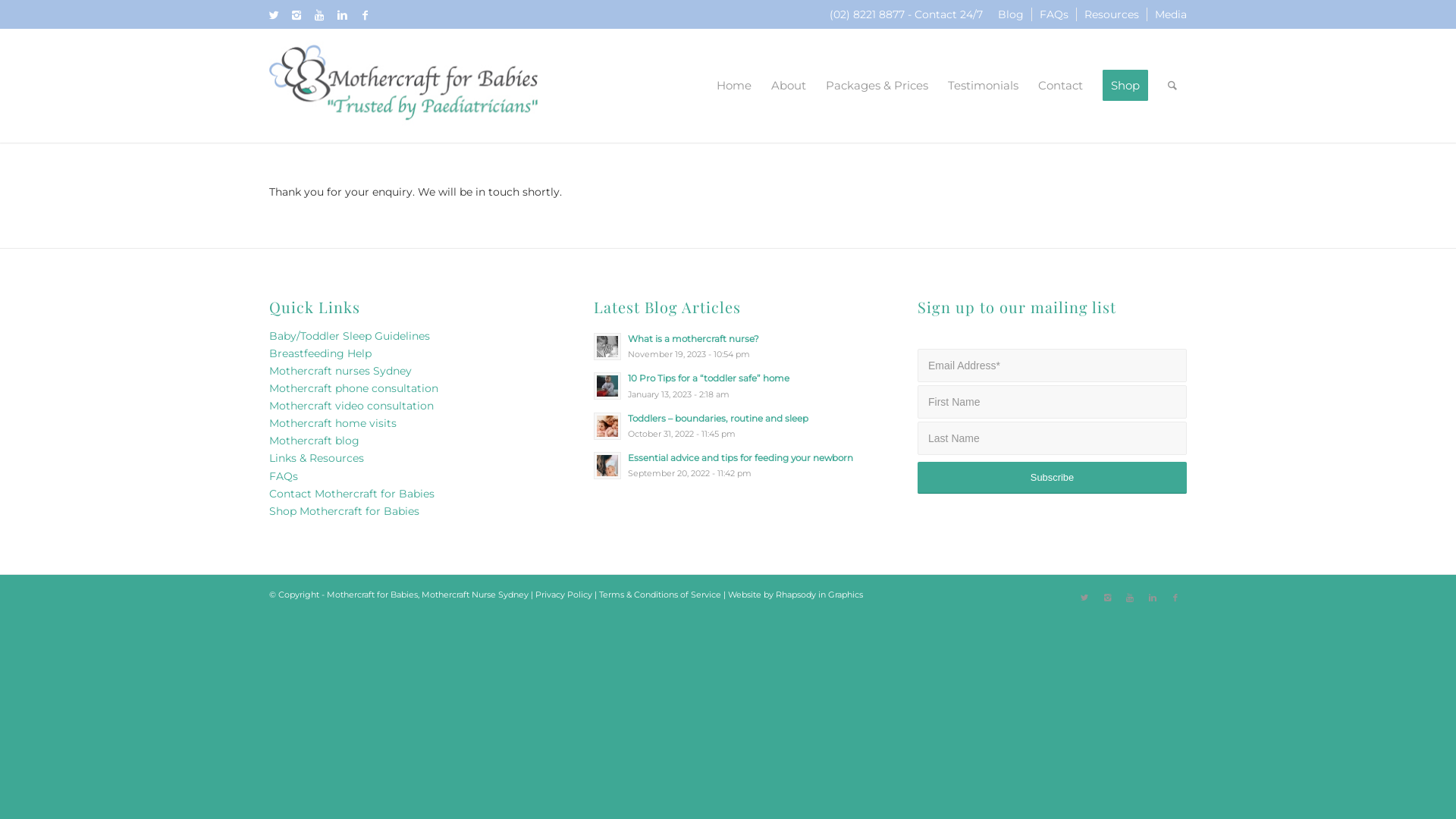 This screenshot has width=1456, height=819. Describe the element at coordinates (1125, 85) in the screenshot. I see `'Shop'` at that location.